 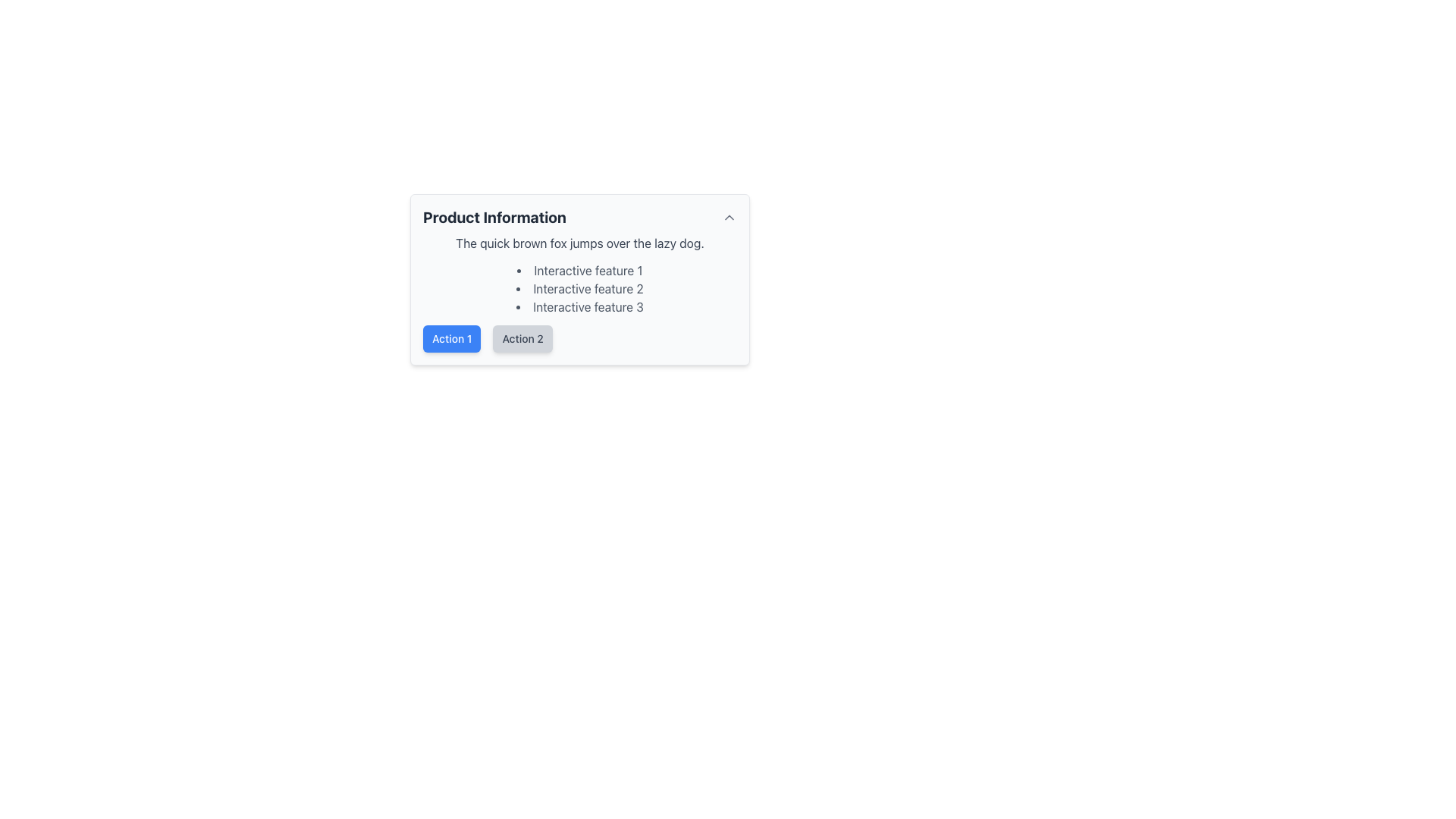 I want to click on the text block displaying 'The quick brown fox jumps over the lazy dog.' located below the 'Product Information' header, so click(x=579, y=242).